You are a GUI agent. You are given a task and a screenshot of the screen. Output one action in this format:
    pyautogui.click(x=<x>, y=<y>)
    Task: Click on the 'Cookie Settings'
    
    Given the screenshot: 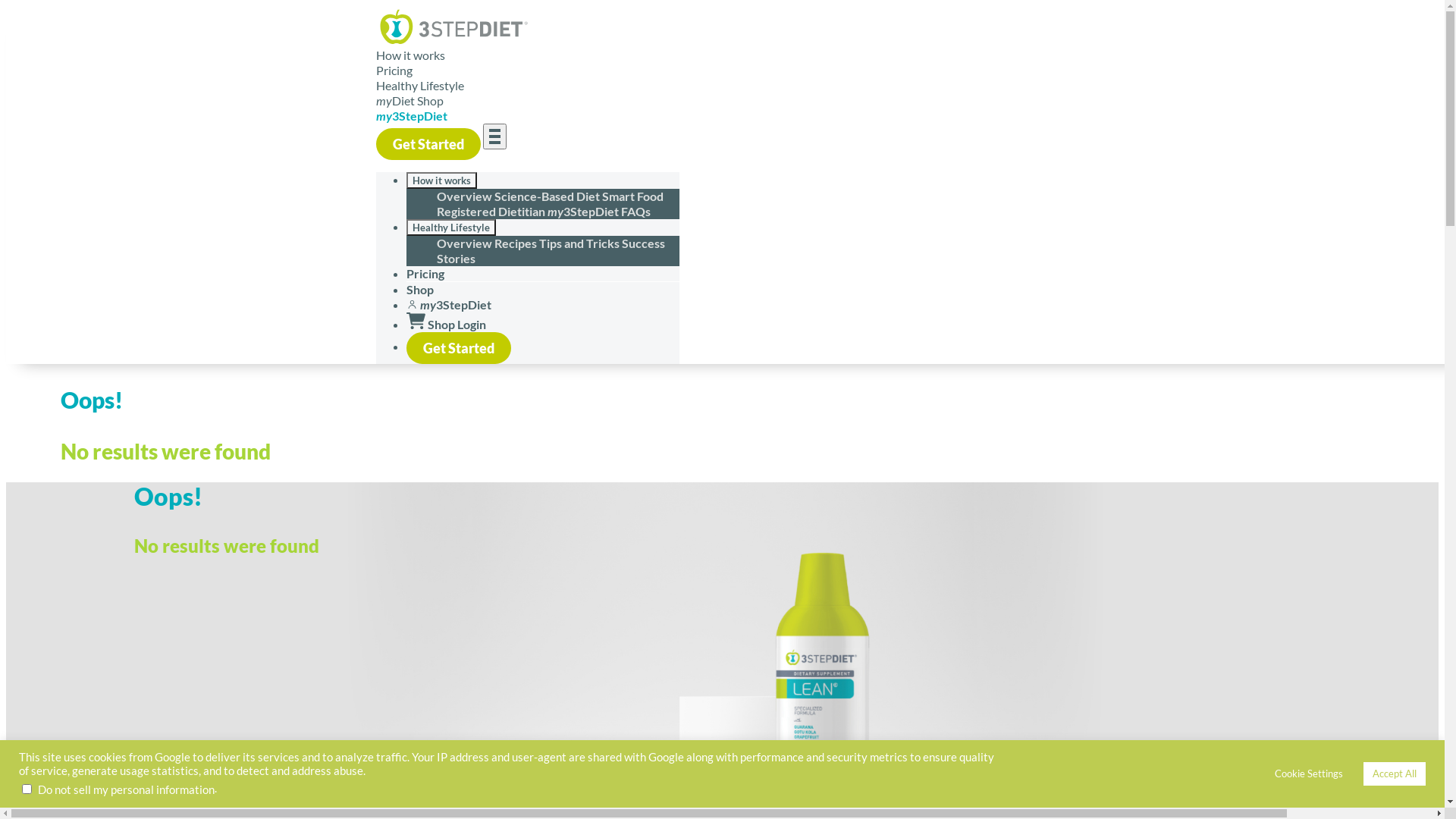 What is the action you would take?
    pyautogui.click(x=1308, y=773)
    